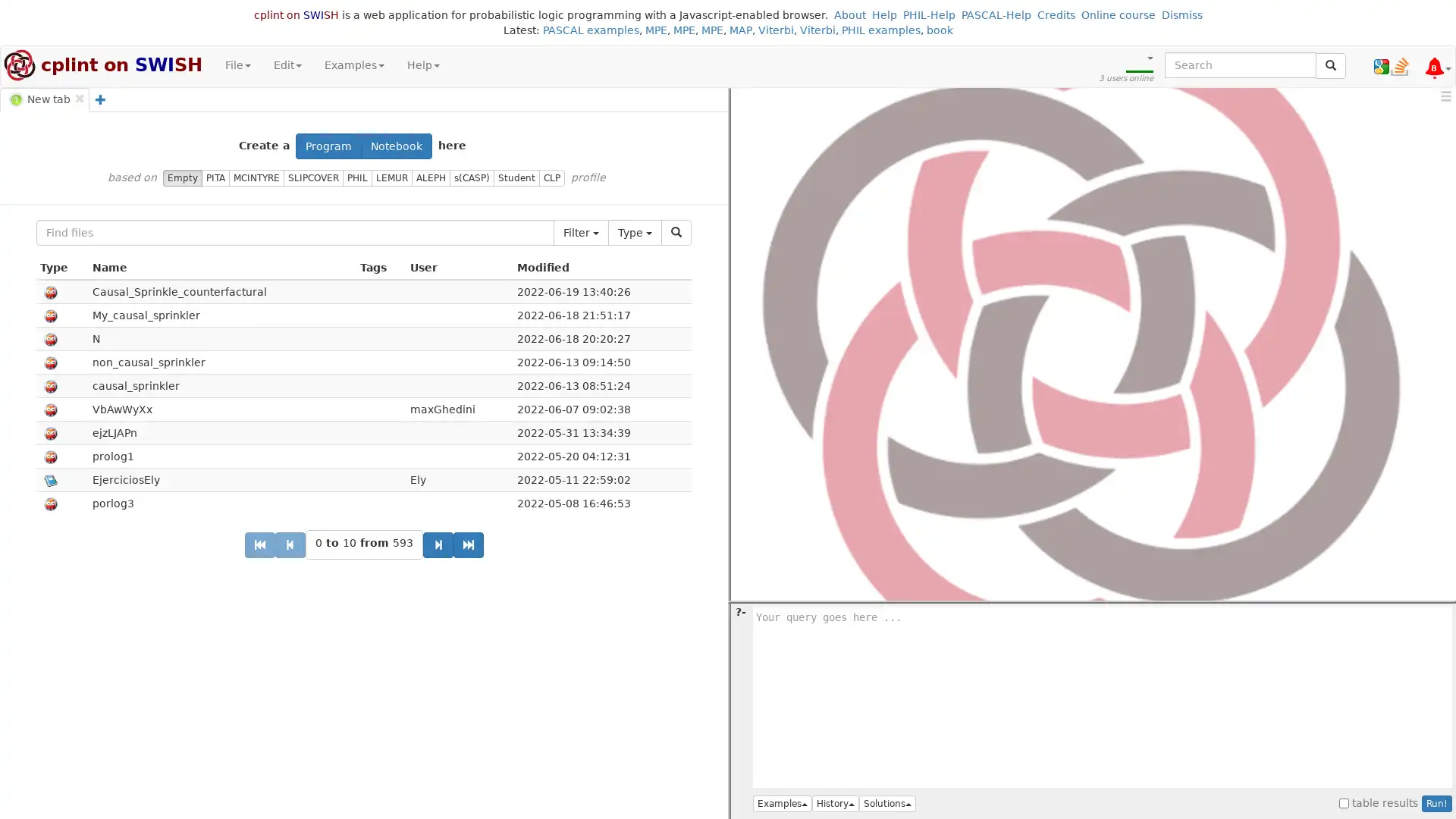 The width and height of the screenshot is (1456, 819). What do you see at coordinates (1436, 803) in the screenshot?
I see `Run!` at bounding box center [1436, 803].